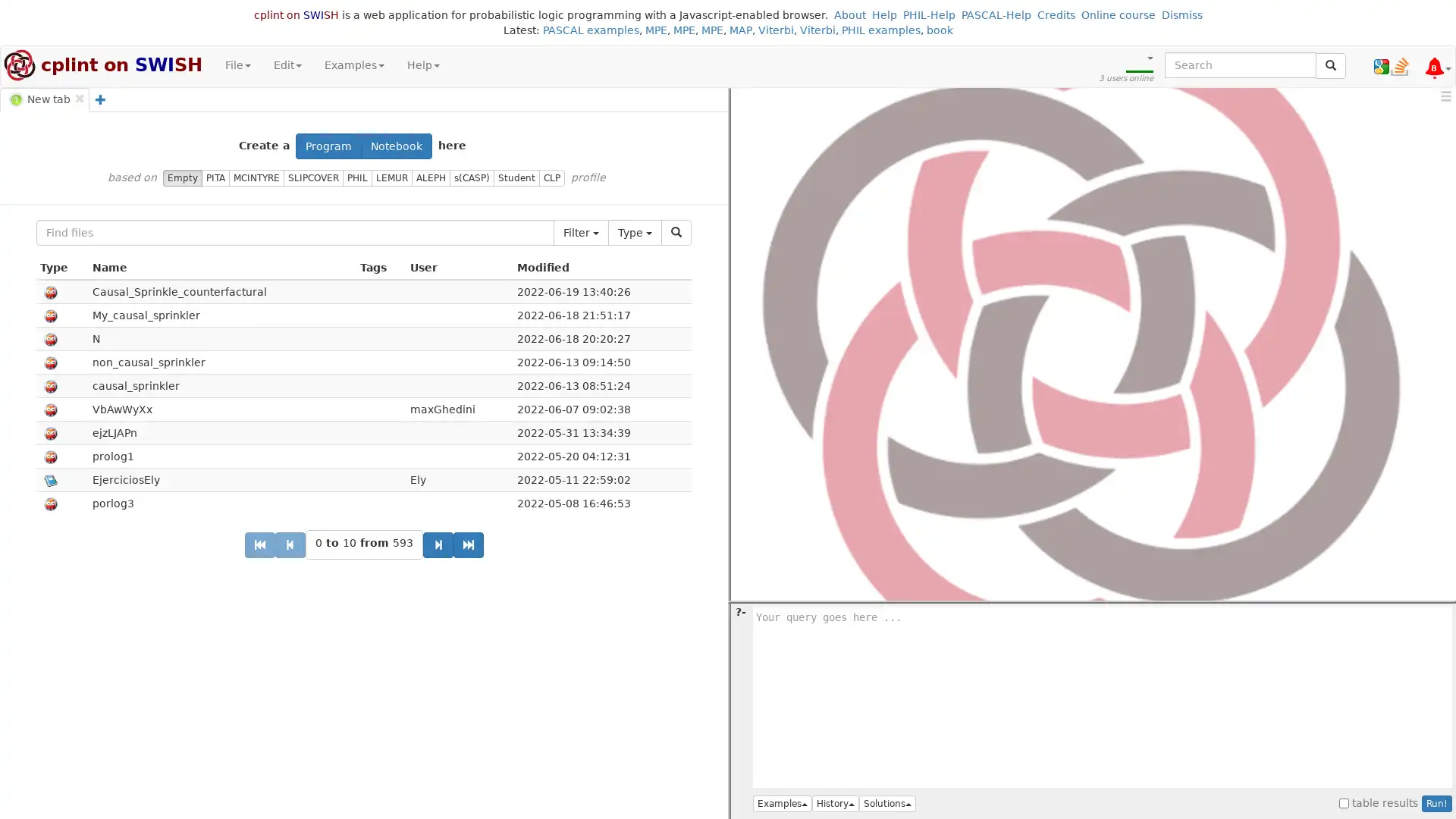 The width and height of the screenshot is (1456, 819). What do you see at coordinates (1436, 803) in the screenshot?
I see `Run!` at bounding box center [1436, 803].